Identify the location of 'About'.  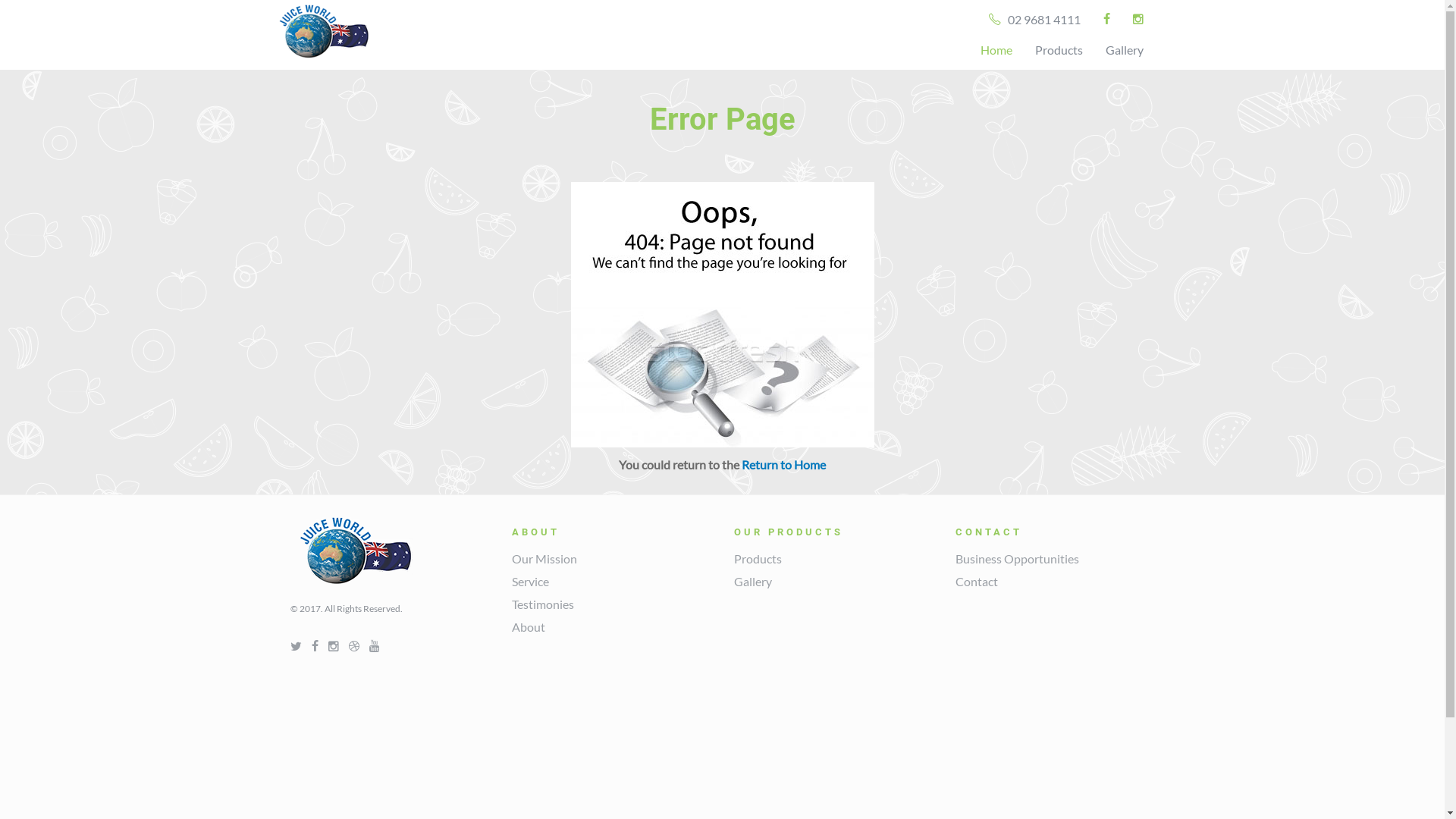
(528, 626).